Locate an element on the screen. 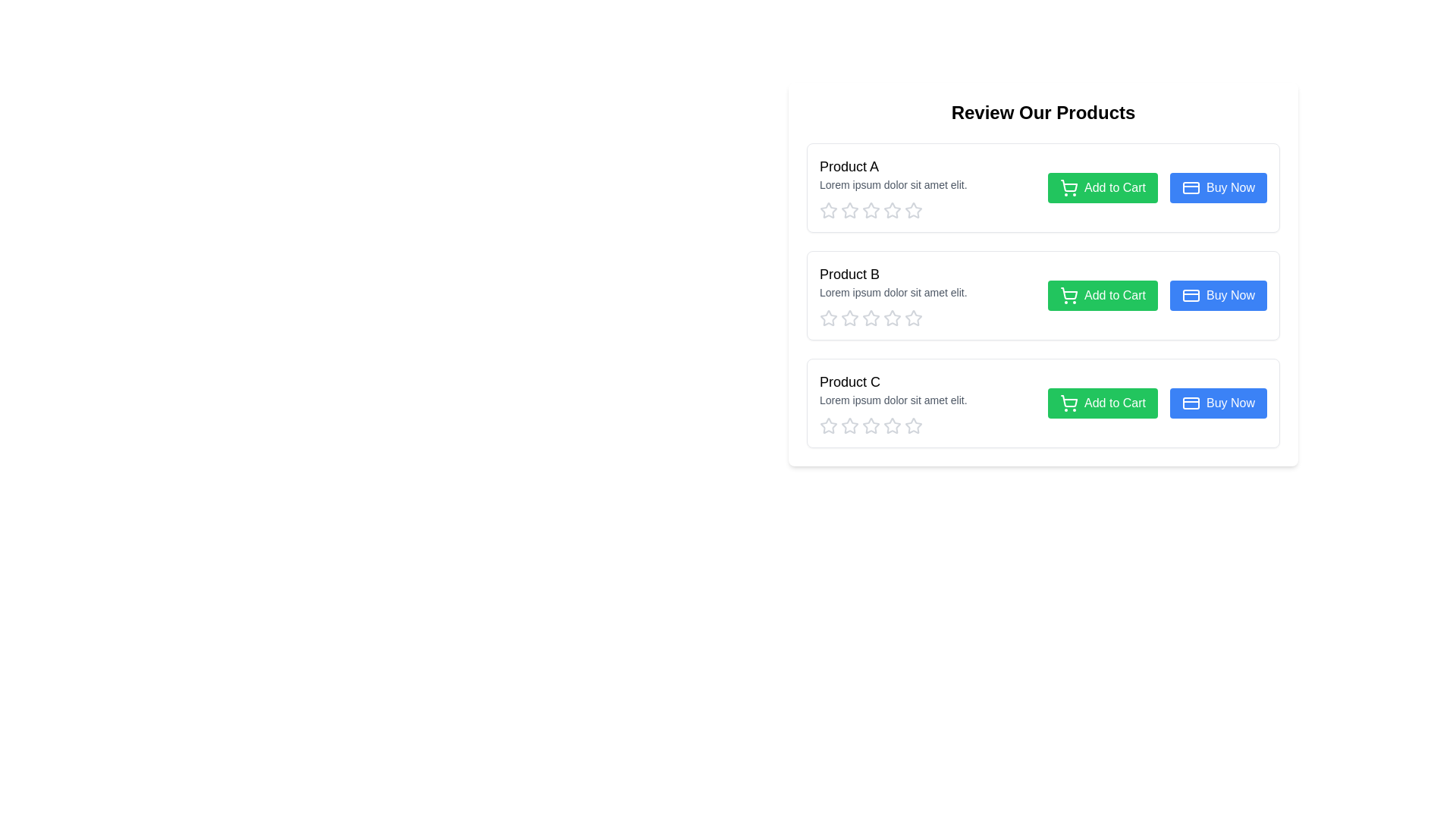  the green rectangular 'Add to Cart' button with rounded corners that features a shopping cart icon and white text, located in the first row of the product list is located at coordinates (1103, 187).